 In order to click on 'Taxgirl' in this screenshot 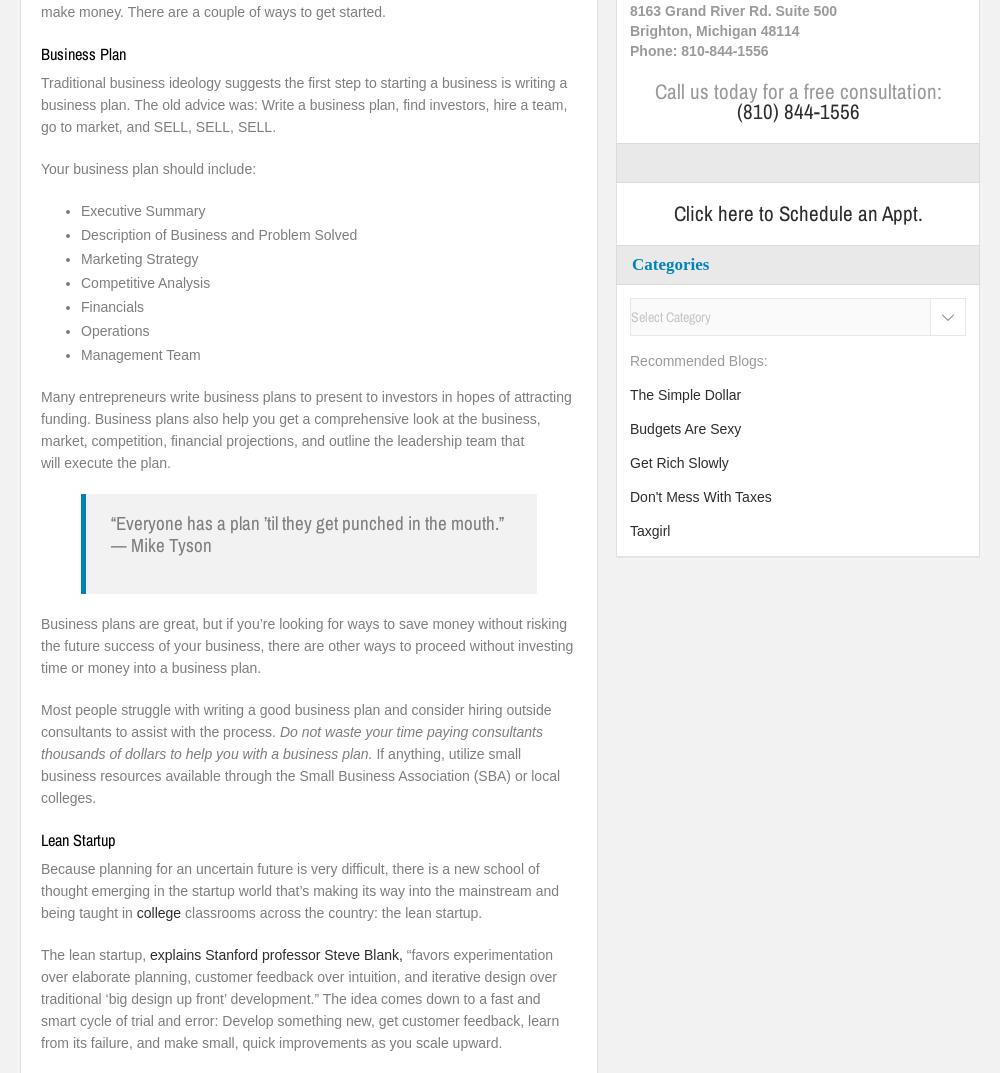, I will do `click(650, 530)`.